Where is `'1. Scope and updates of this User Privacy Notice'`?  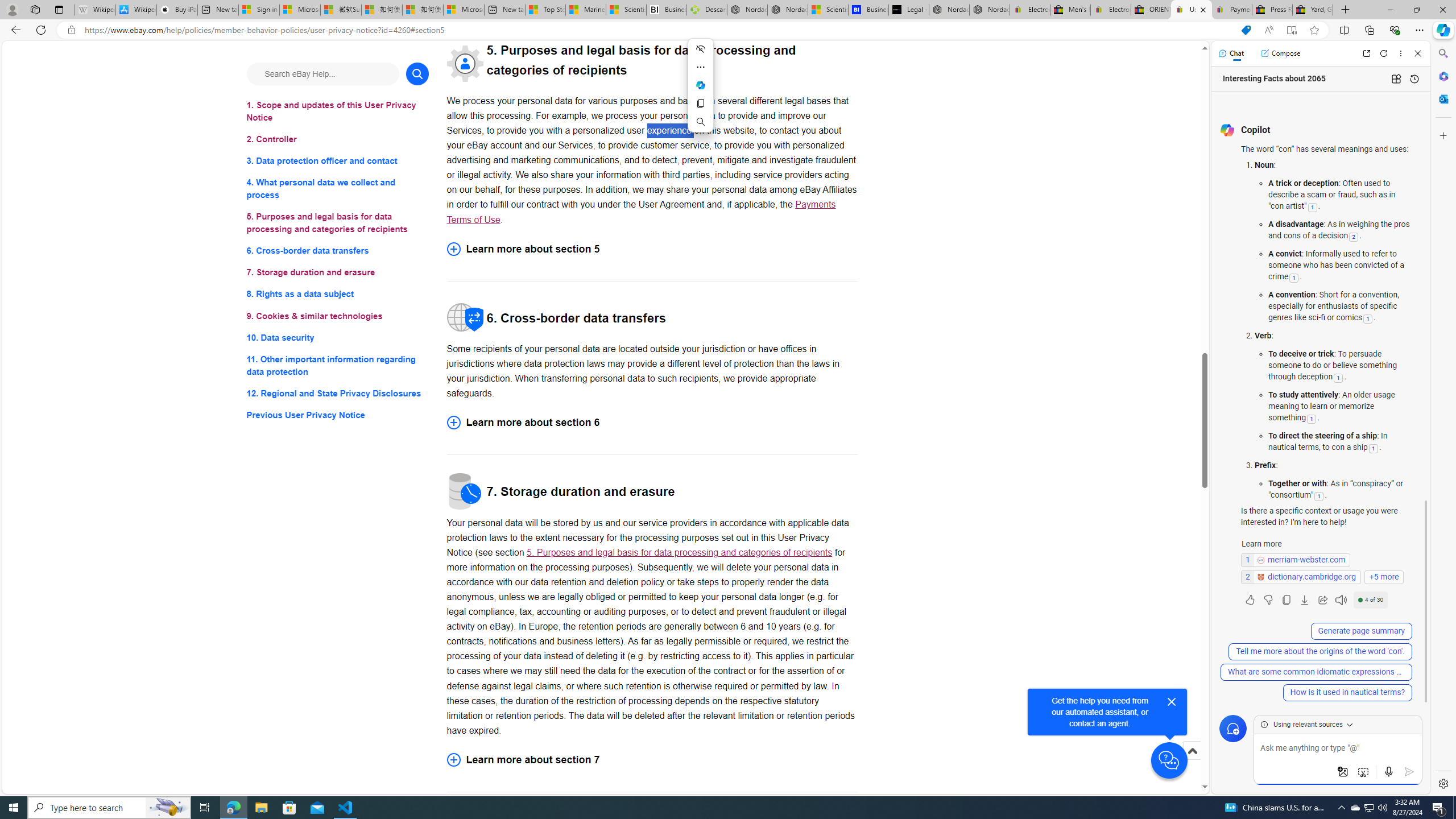
'1. Scope and updates of this User Privacy Notice' is located at coordinates (337, 111).